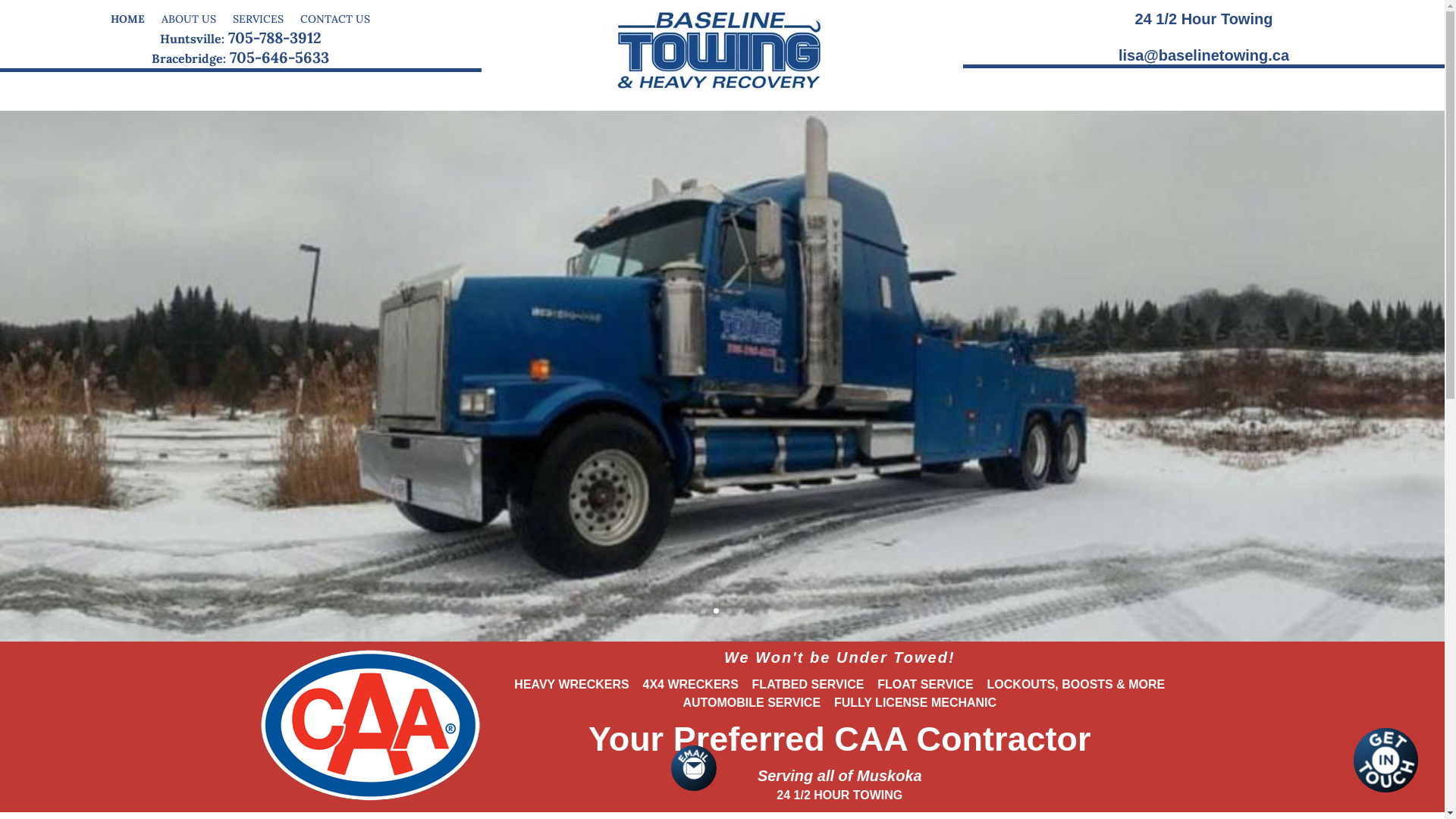 The height and width of the screenshot is (819, 1456). Describe the element at coordinates (334, 14) in the screenshot. I see `'CONTACT US'` at that location.